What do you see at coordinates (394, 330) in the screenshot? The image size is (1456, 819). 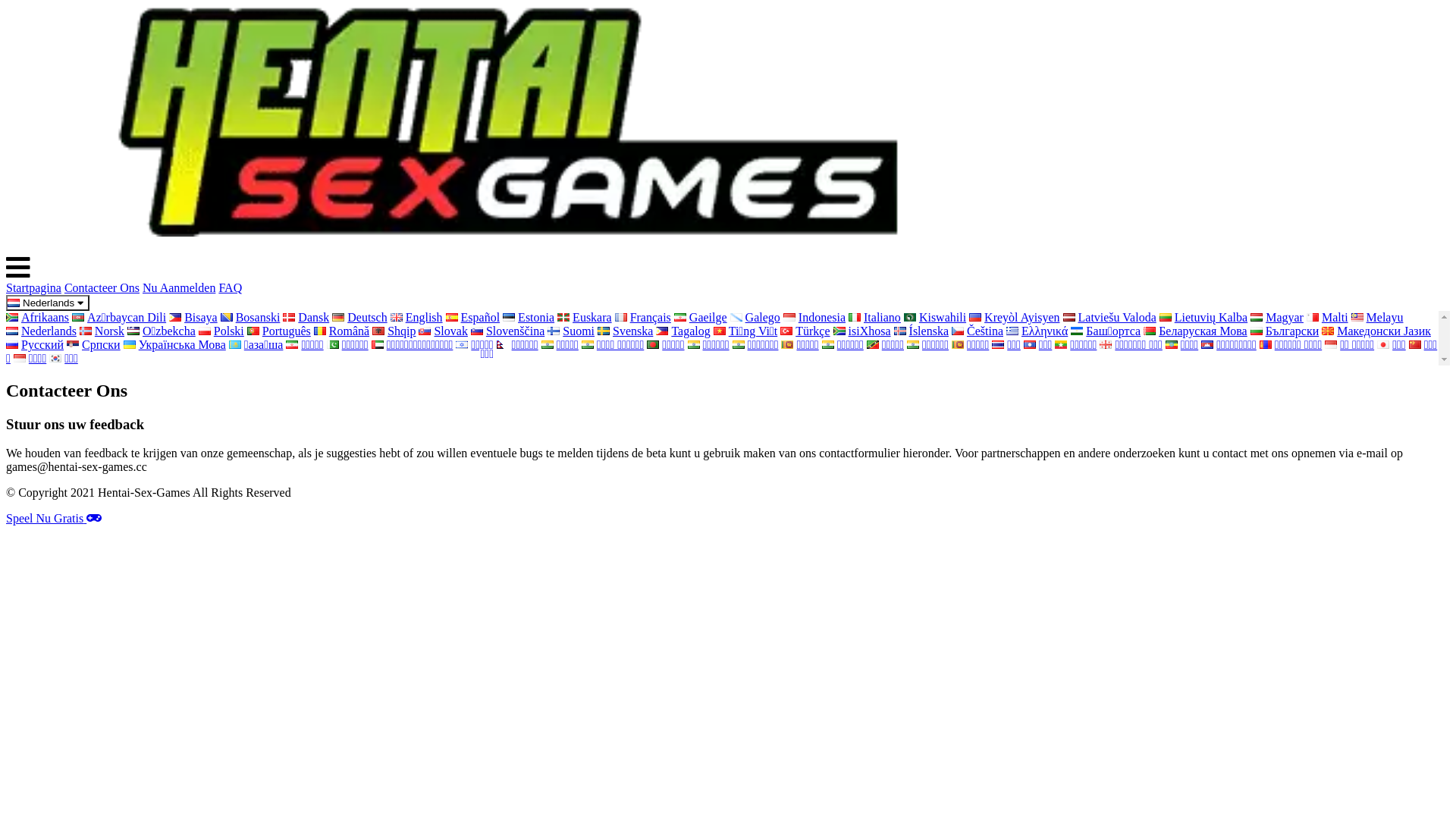 I see `'Shqip'` at bounding box center [394, 330].